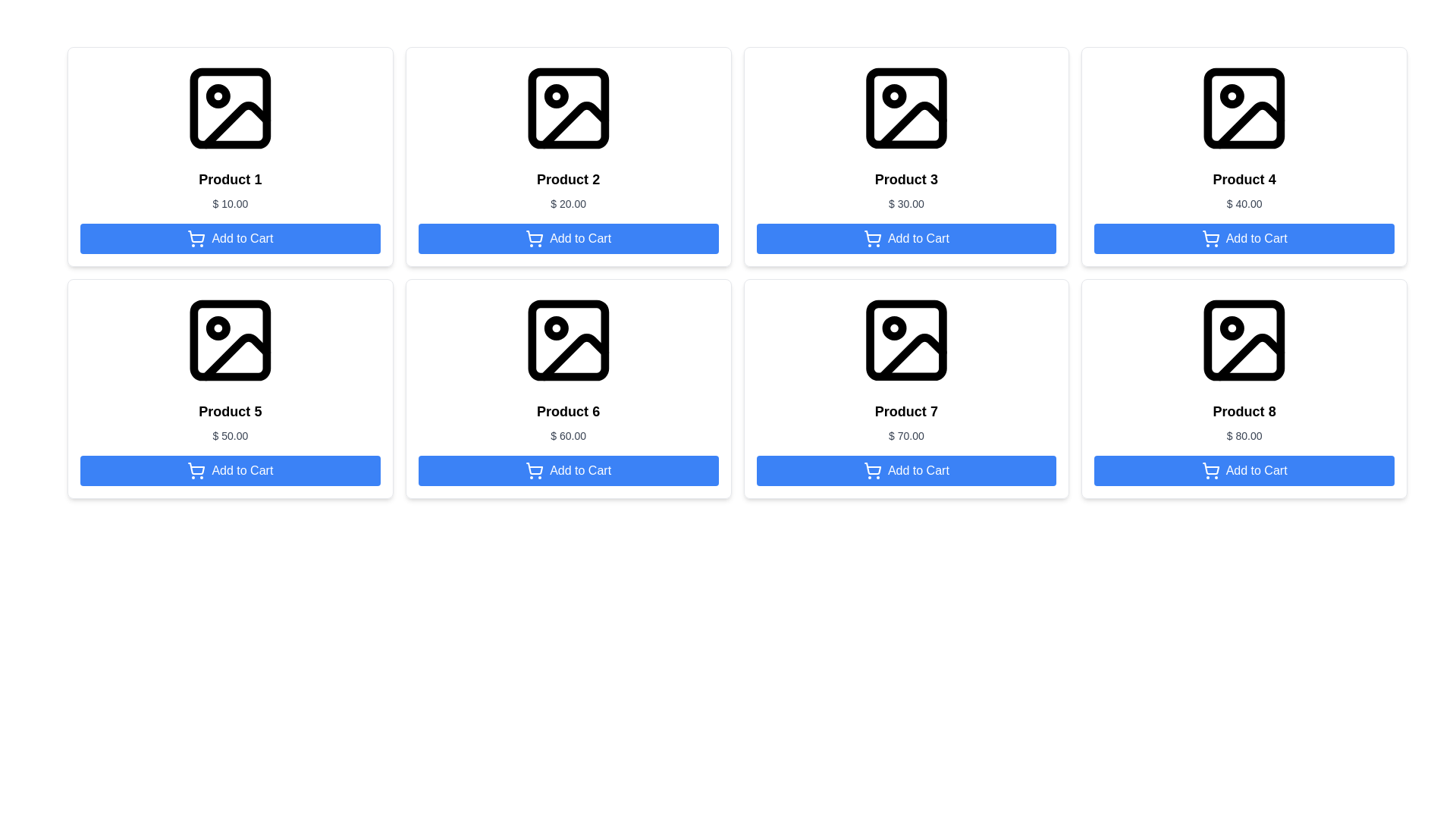 The height and width of the screenshot is (819, 1456). Describe the element at coordinates (1244, 388) in the screenshot. I see `the image placeholder of the product display card showcasing 'Product 8' priced at $80.00, located in the fourth column of the second row` at that location.